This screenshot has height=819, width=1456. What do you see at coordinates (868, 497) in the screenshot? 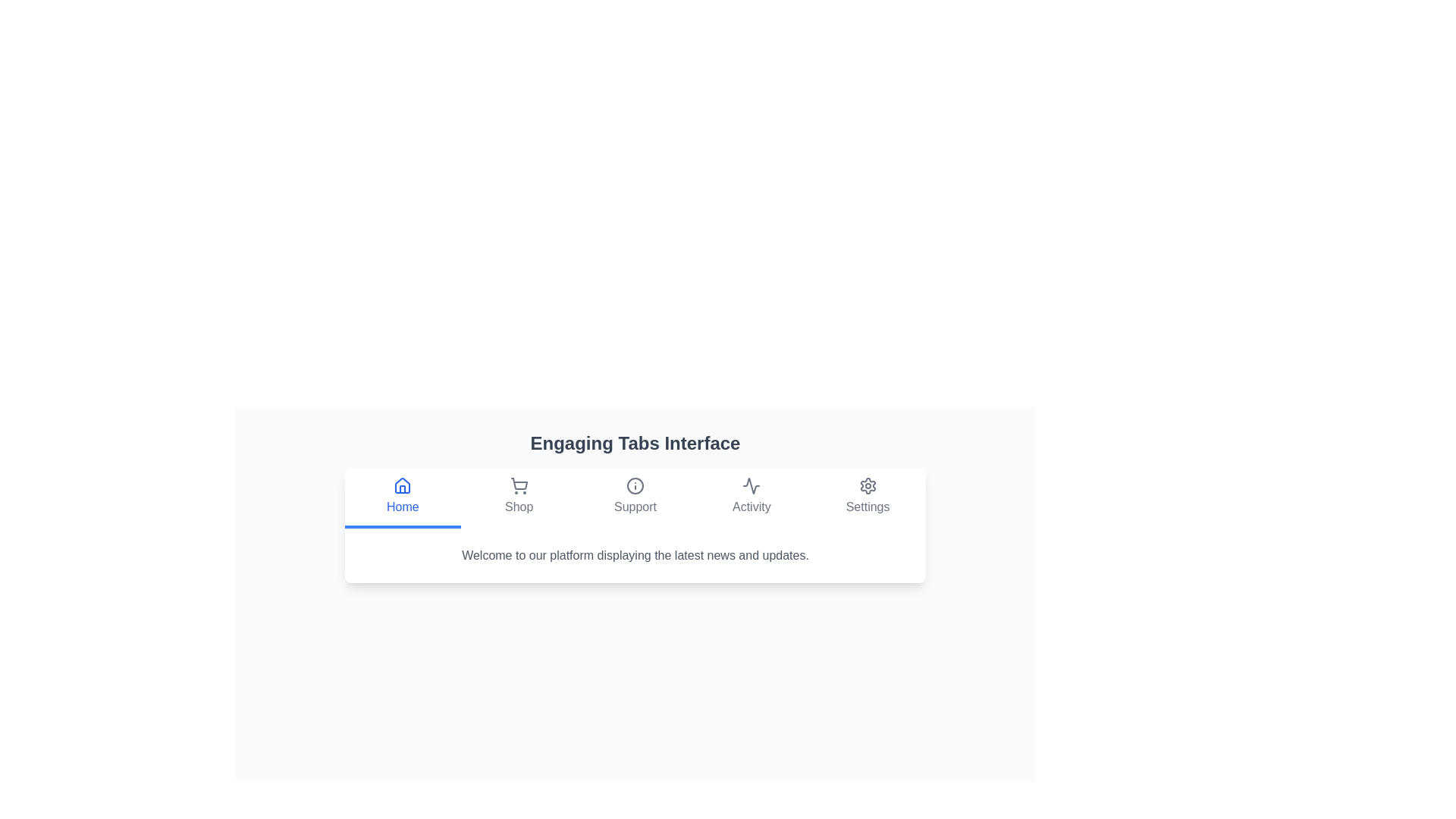
I see `the 'Settings' navigation tab located at the far right of the navigation series` at bounding box center [868, 497].